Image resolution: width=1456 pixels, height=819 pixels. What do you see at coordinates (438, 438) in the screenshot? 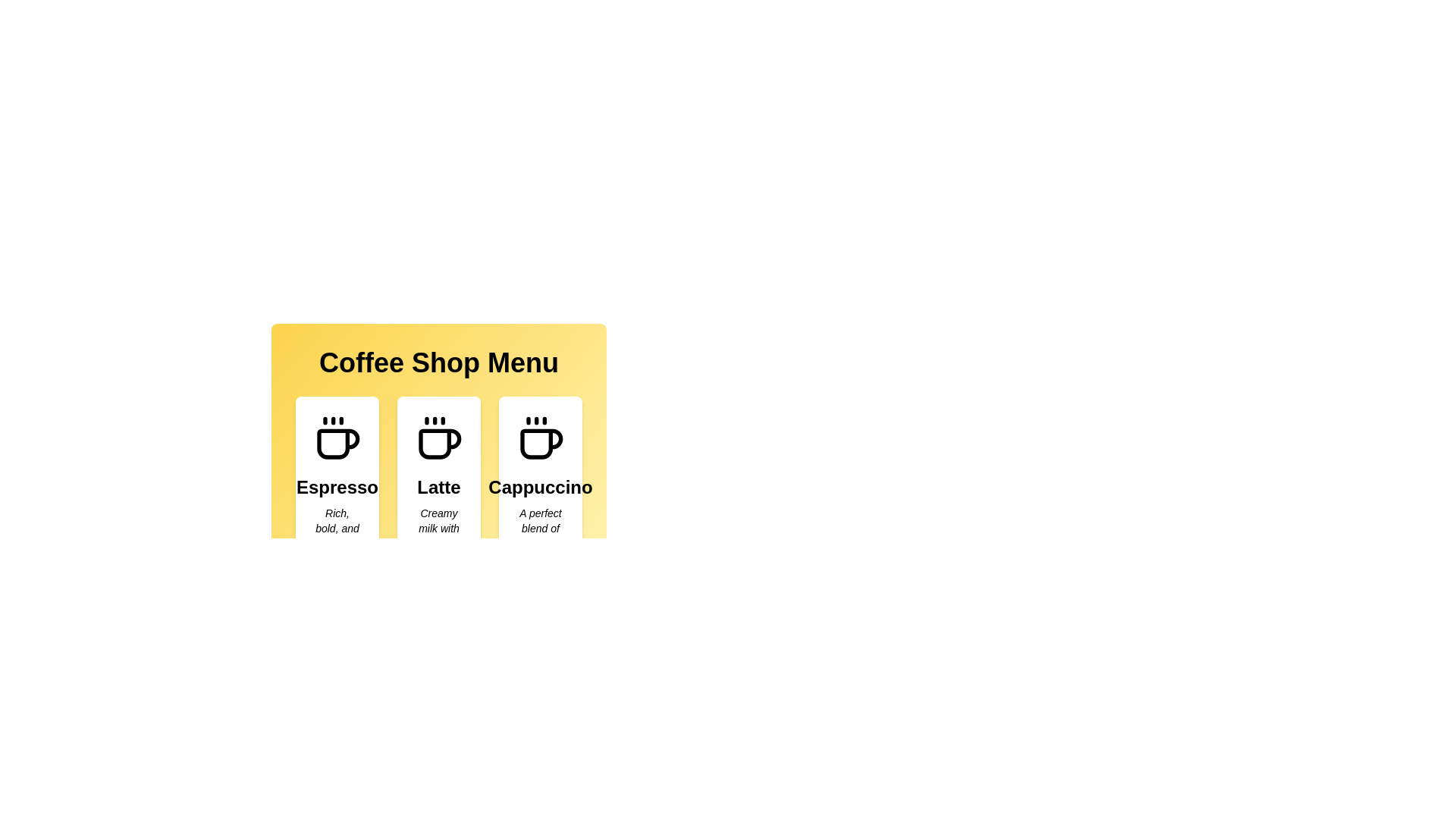
I see `the coffee icon associated with the menu item Latte` at bounding box center [438, 438].